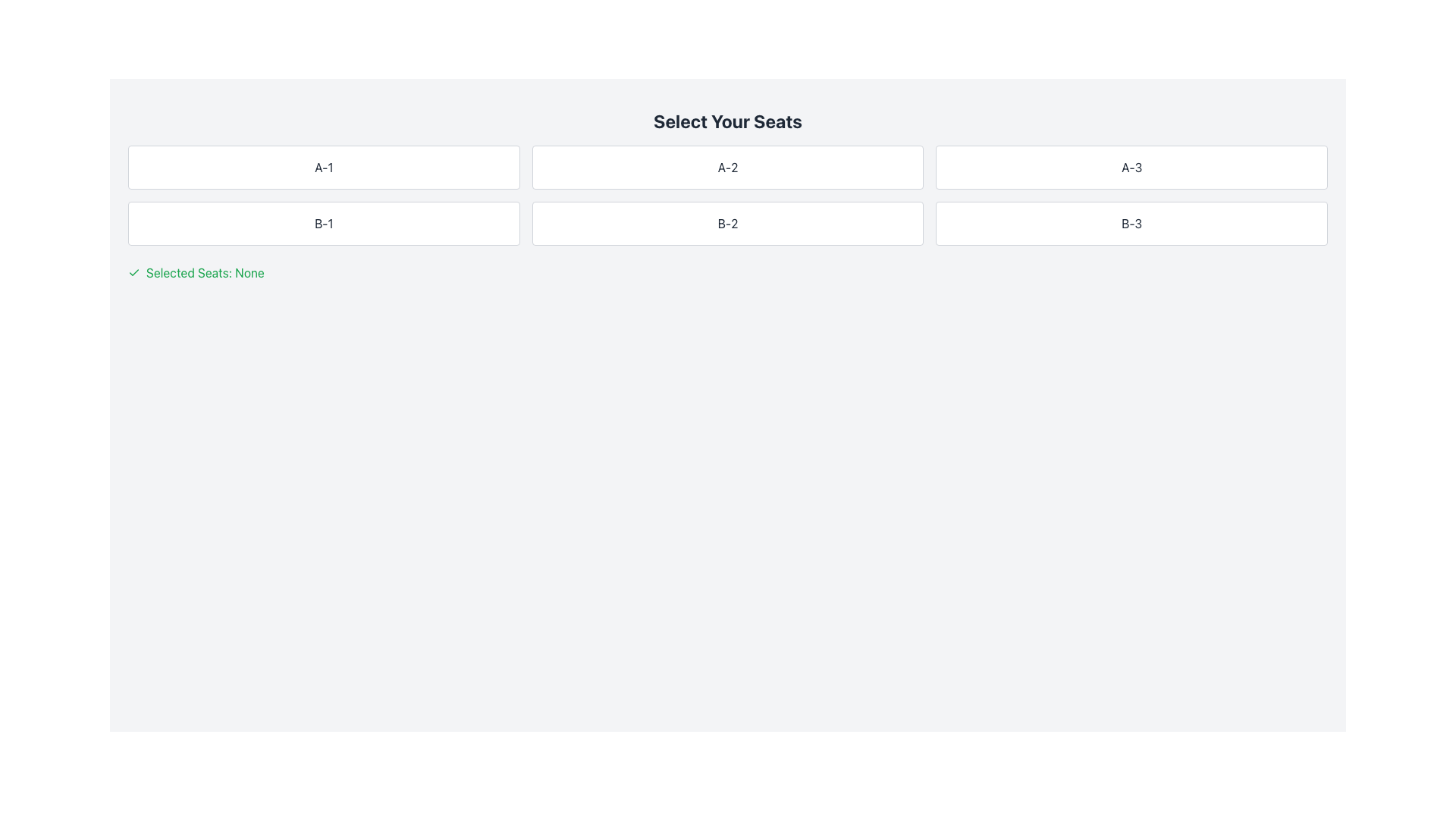 The image size is (1456, 819). Describe the element at coordinates (728, 223) in the screenshot. I see `the button in the second row and second column of the grid` at that location.